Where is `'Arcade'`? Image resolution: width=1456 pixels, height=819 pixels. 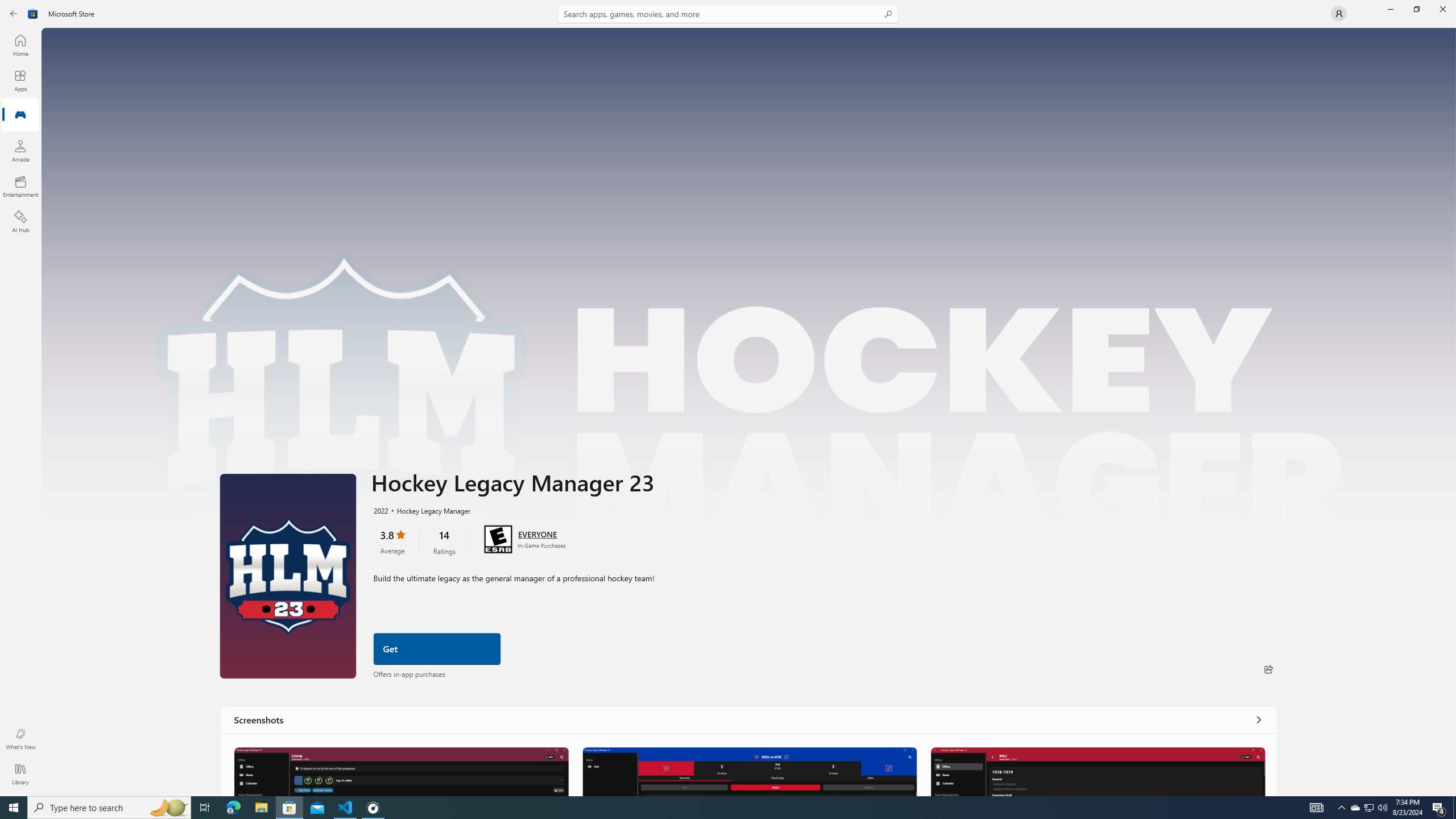 'Arcade' is located at coordinates (19, 150).